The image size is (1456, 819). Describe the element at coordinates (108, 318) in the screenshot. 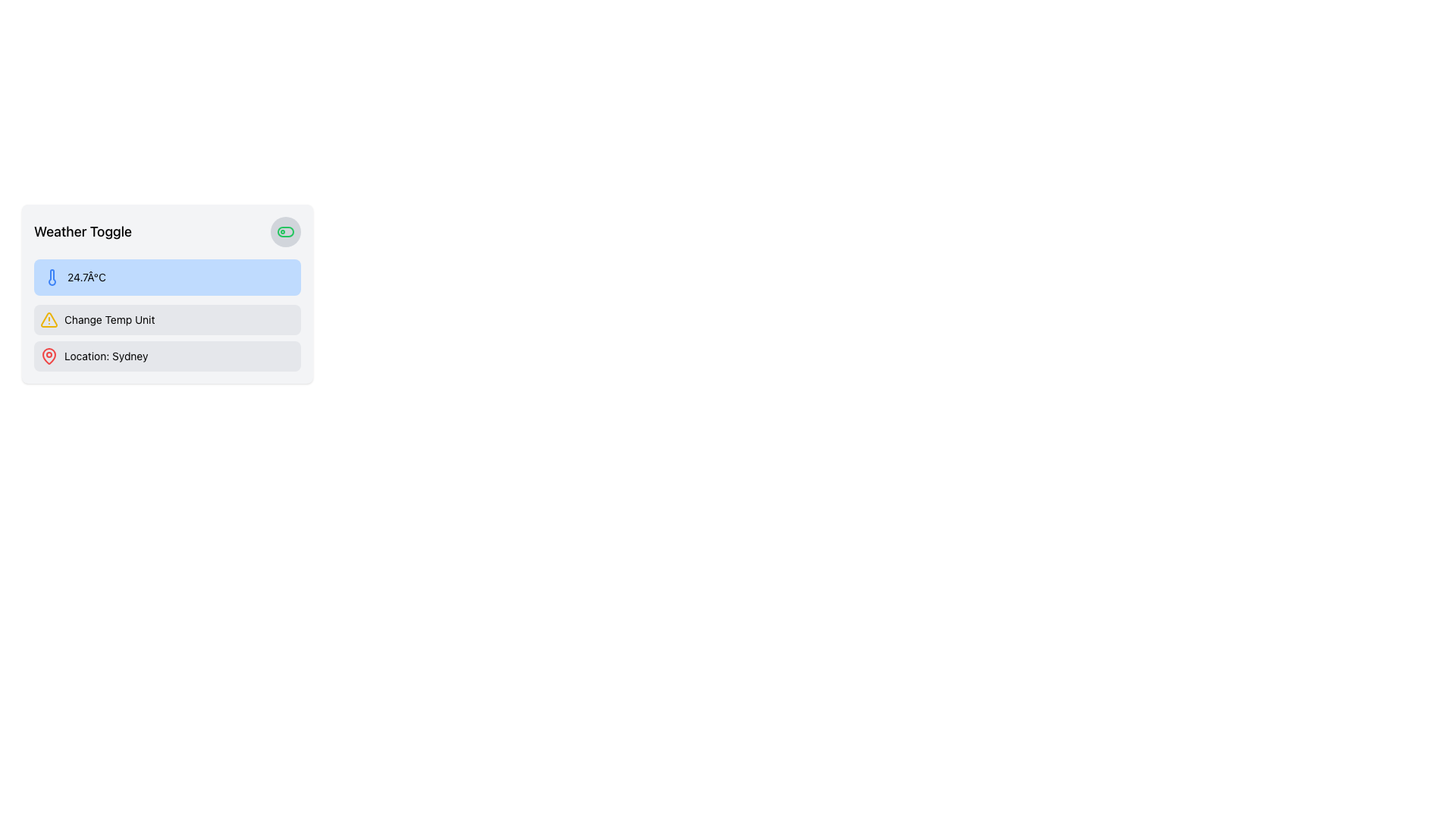

I see `the 'Change Temp Unit' text label, which is displayed in a small-sized sans-serif font with a light gray background and rounded edges, positioned centrally below the thermostat reading` at that location.